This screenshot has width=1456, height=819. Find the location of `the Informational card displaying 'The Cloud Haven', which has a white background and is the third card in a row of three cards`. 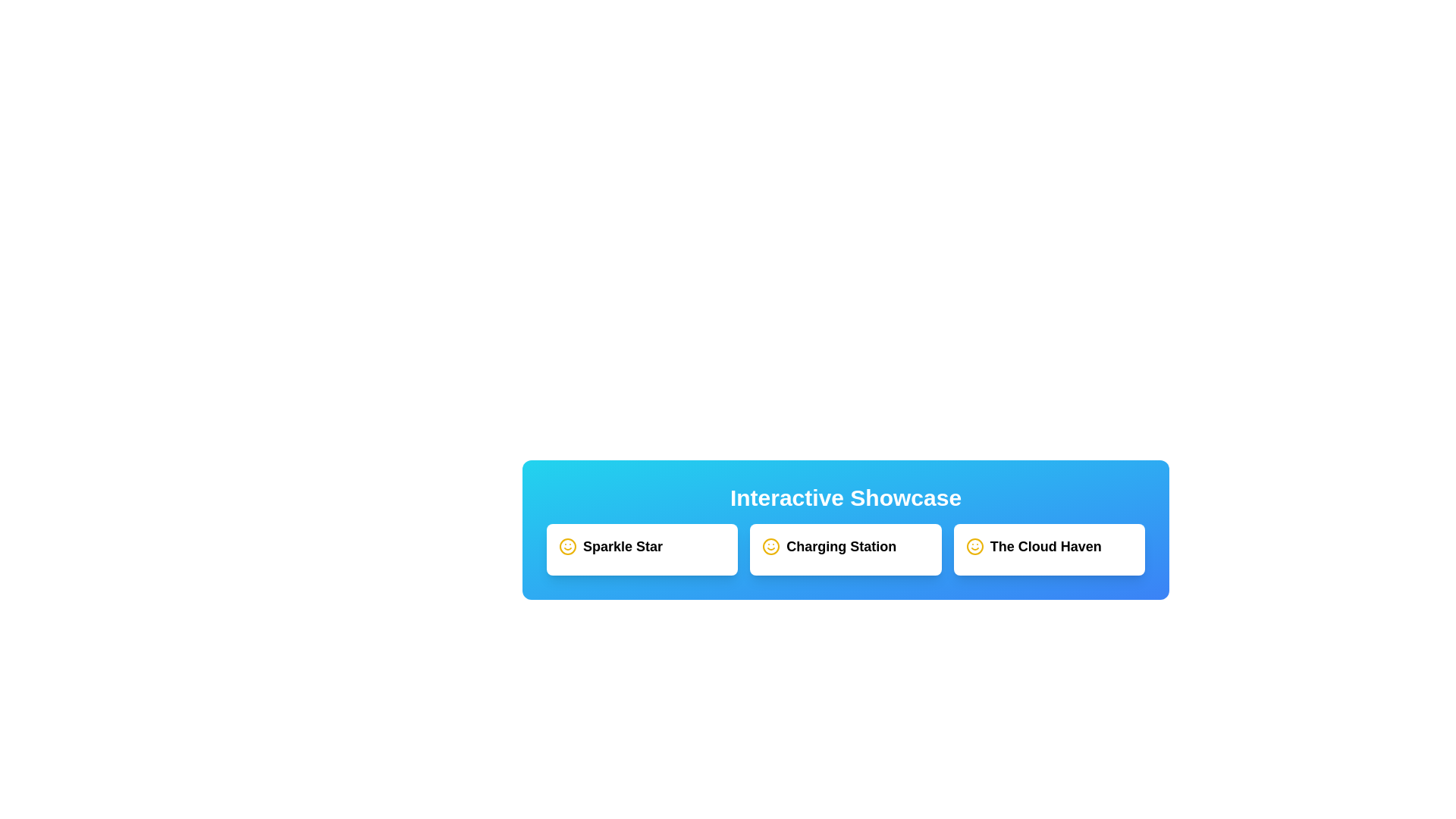

the Informational card displaying 'The Cloud Haven', which has a white background and is the third card in a row of three cards is located at coordinates (1048, 550).